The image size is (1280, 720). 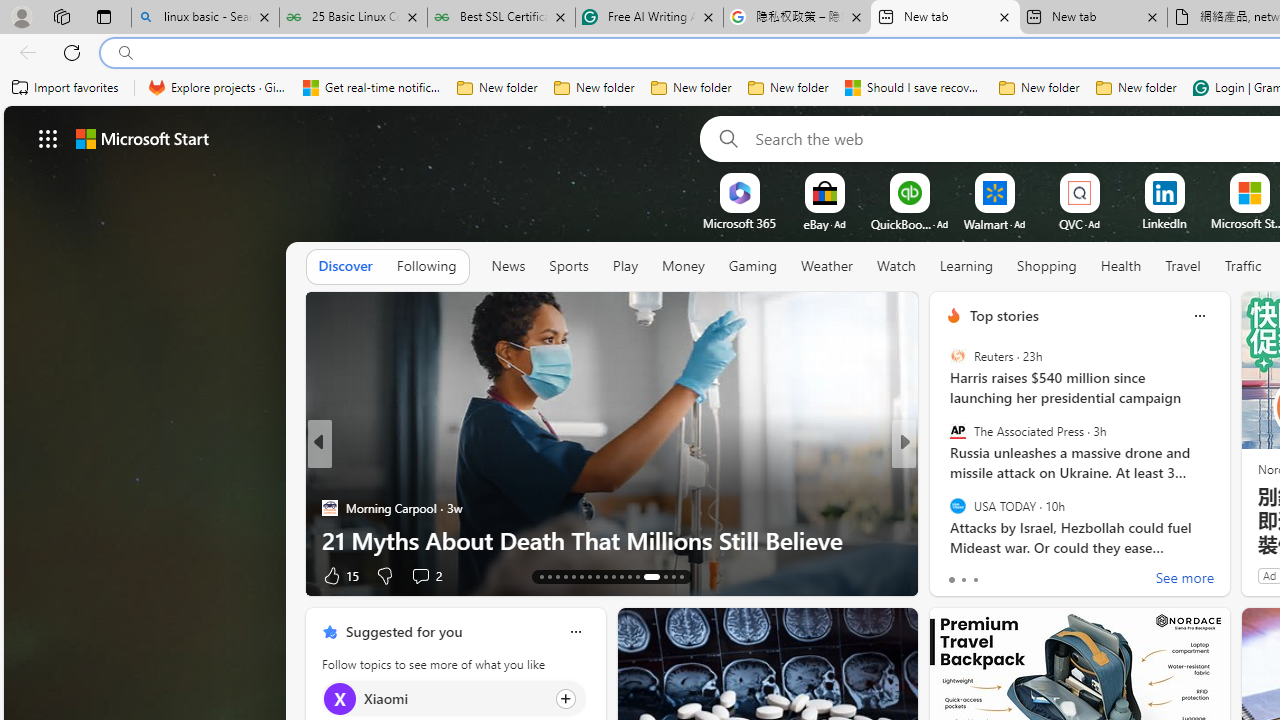 What do you see at coordinates (895, 265) in the screenshot?
I see `'Watch'` at bounding box center [895, 265].